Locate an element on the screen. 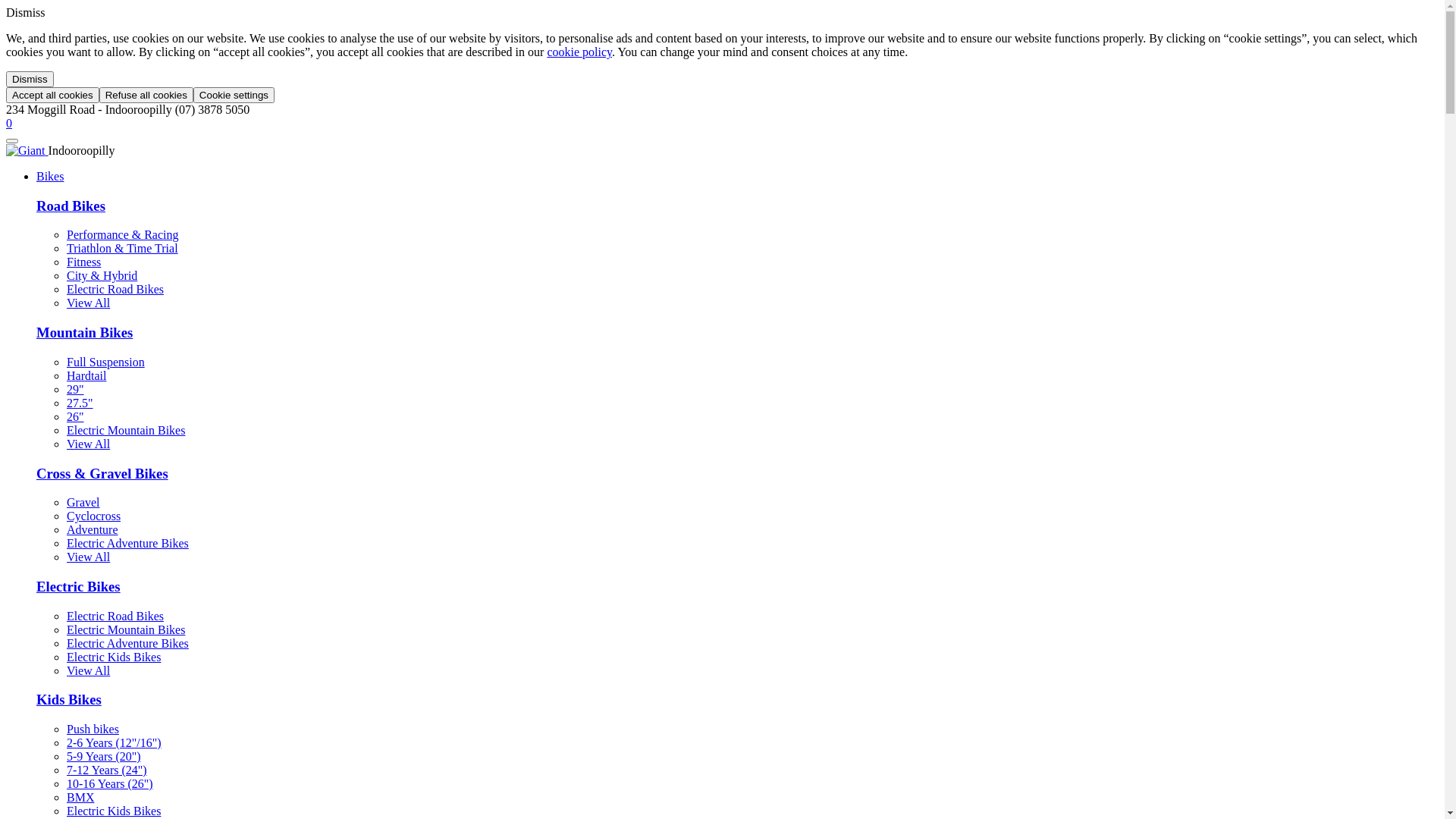 The height and width of the screenshot is (819, 1456). 'Electric Adventure Bikes' is located at coordinates (127, 542).